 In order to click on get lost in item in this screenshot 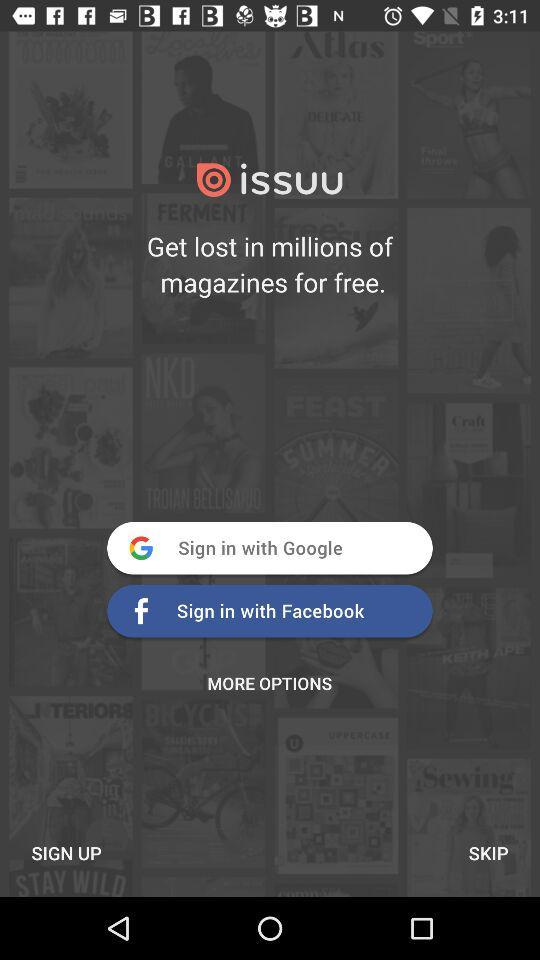, I will do `click(270, 263)`.